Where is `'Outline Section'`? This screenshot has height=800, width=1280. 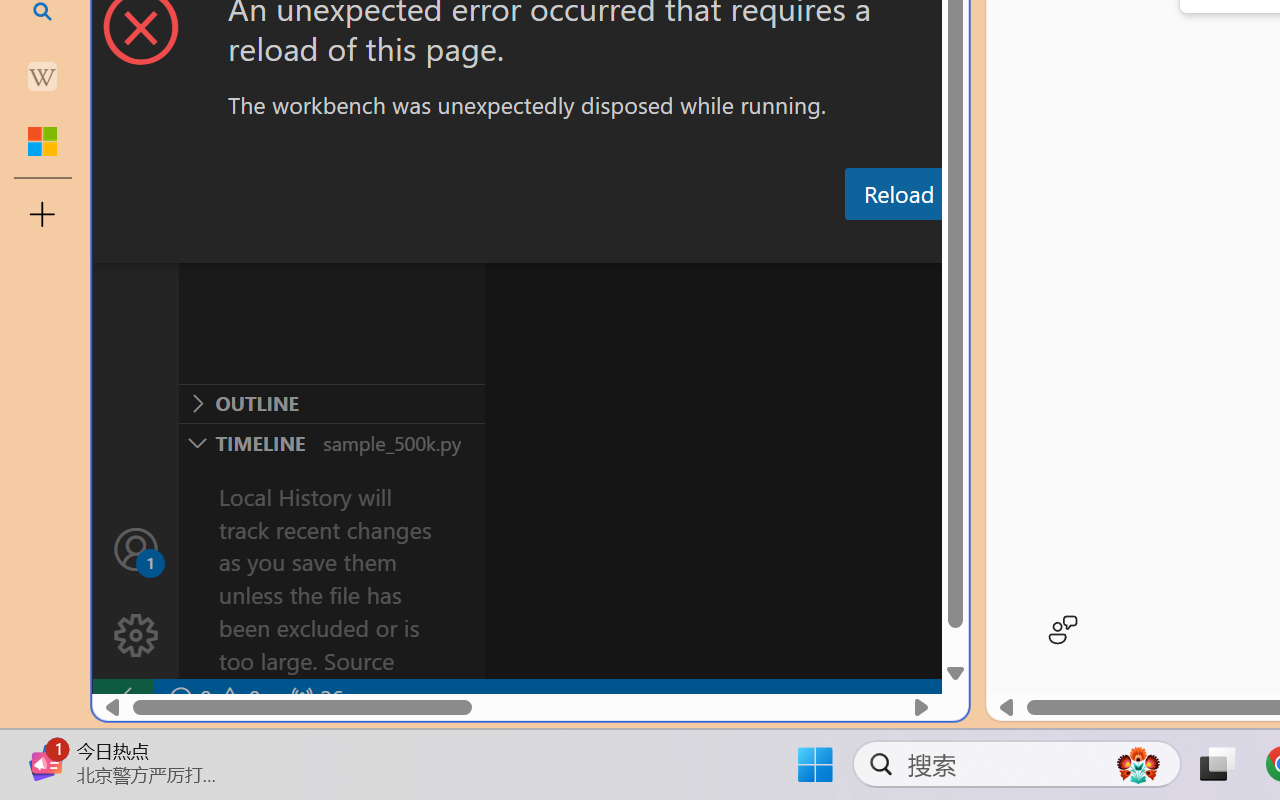
'Outline Section' is located at coordinates (331, 403).